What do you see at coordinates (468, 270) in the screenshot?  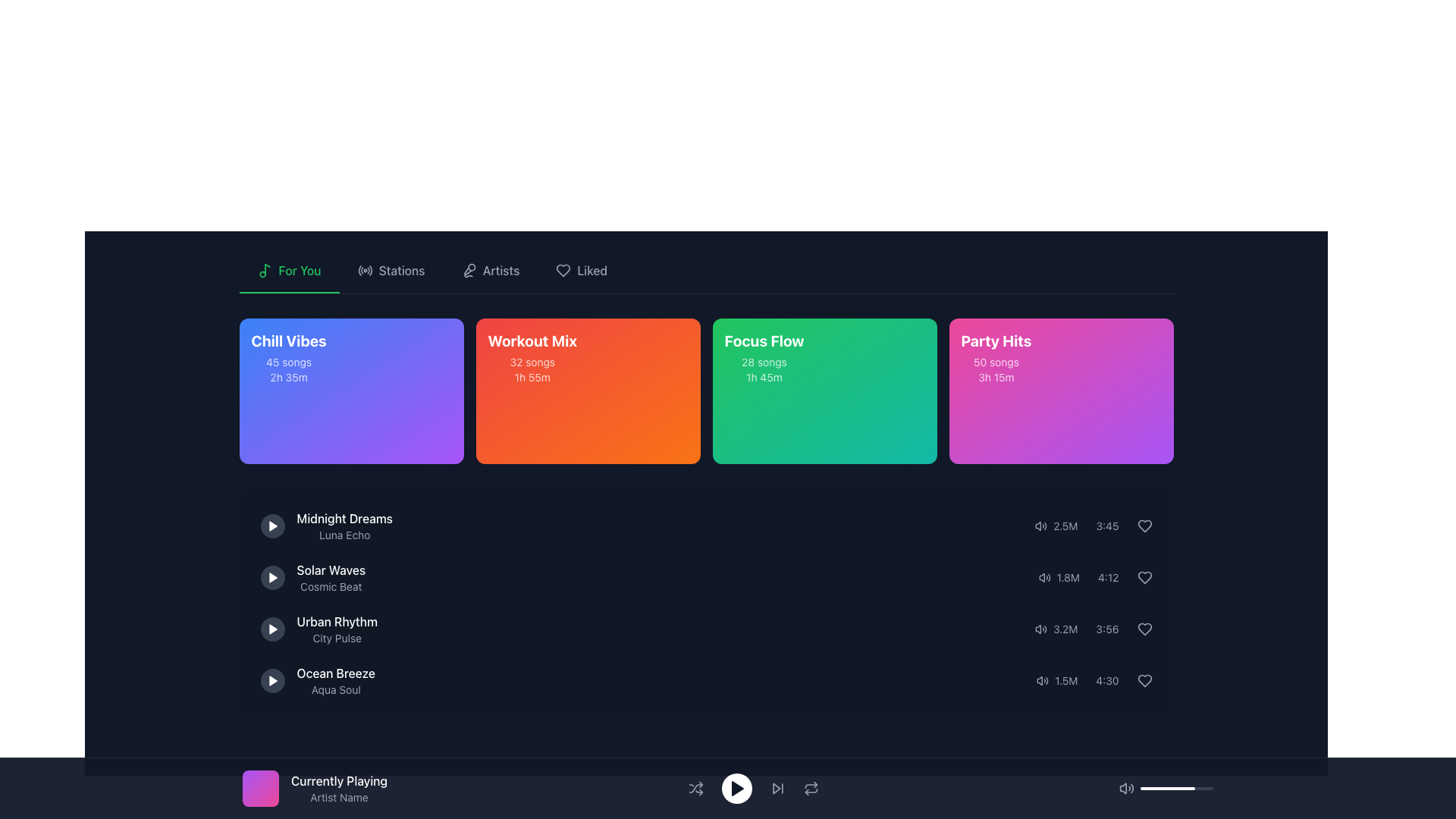 I see `the decorative icon representing the 'Artists' section located in the menu bar adjacent to the 'Artists' label` at bounding box center [468, 270].